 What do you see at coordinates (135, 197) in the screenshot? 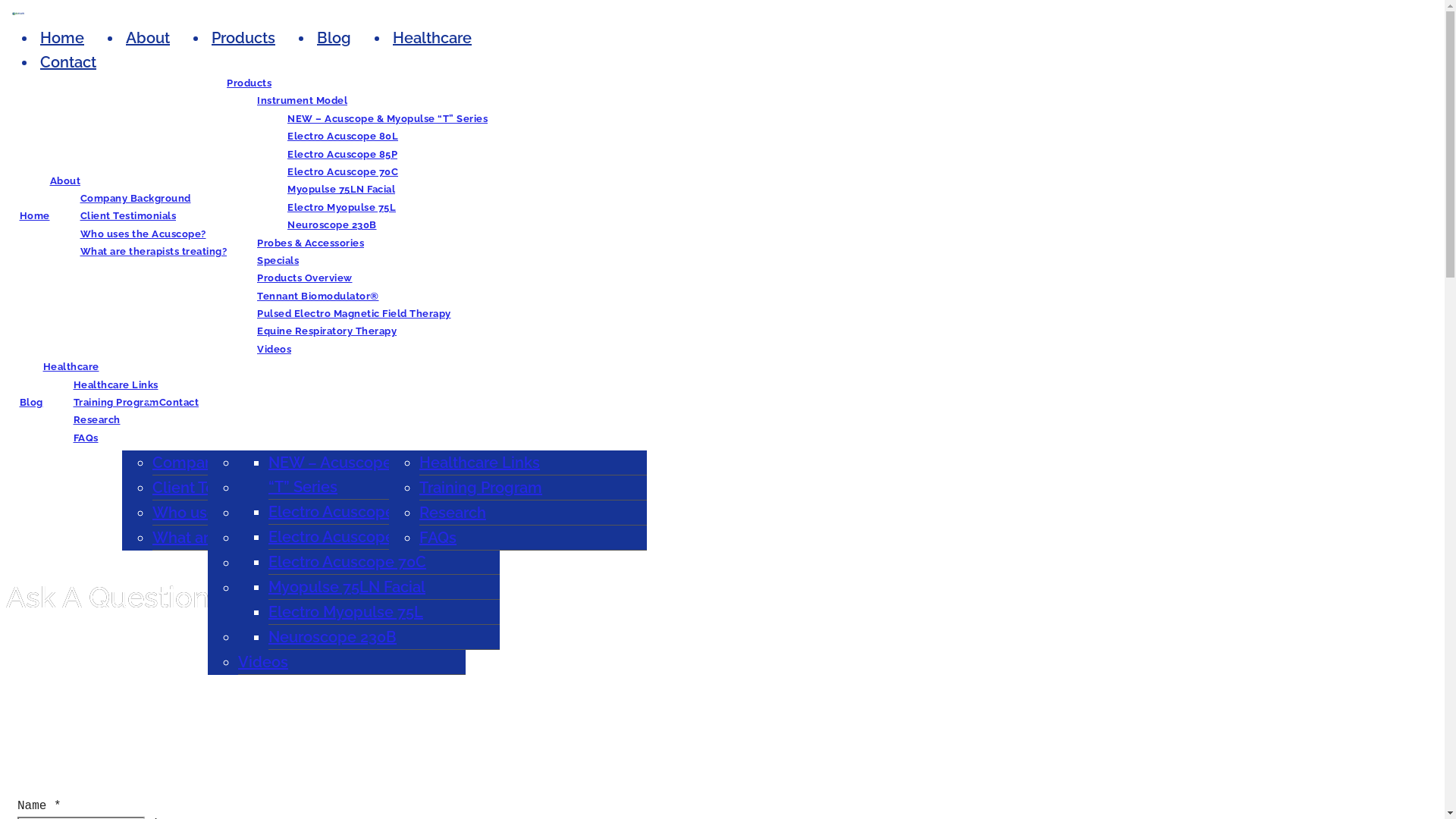
I see `'Company Background'` at bounding box center [135, 197].